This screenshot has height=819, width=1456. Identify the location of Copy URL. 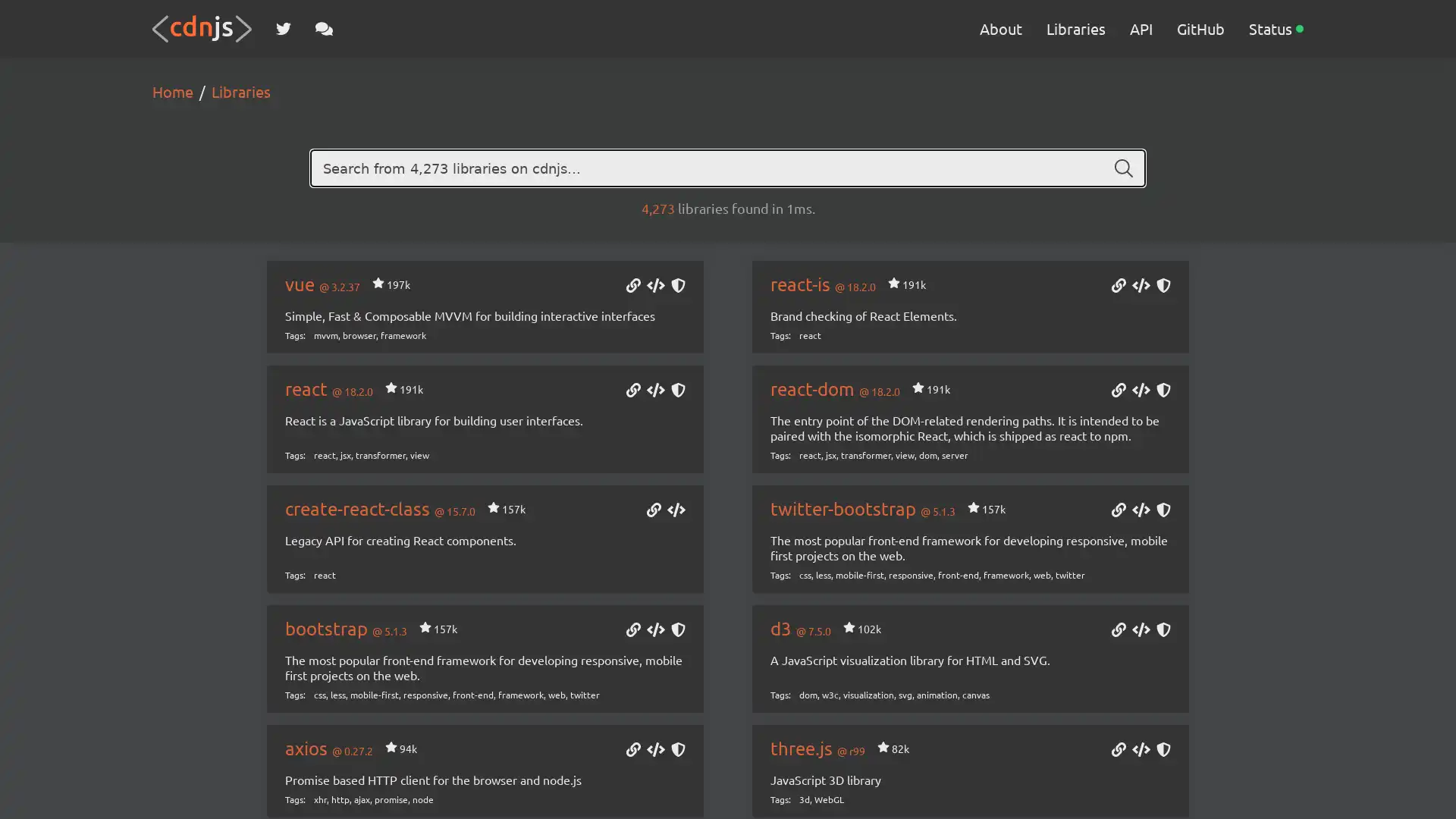
(1118, 287).